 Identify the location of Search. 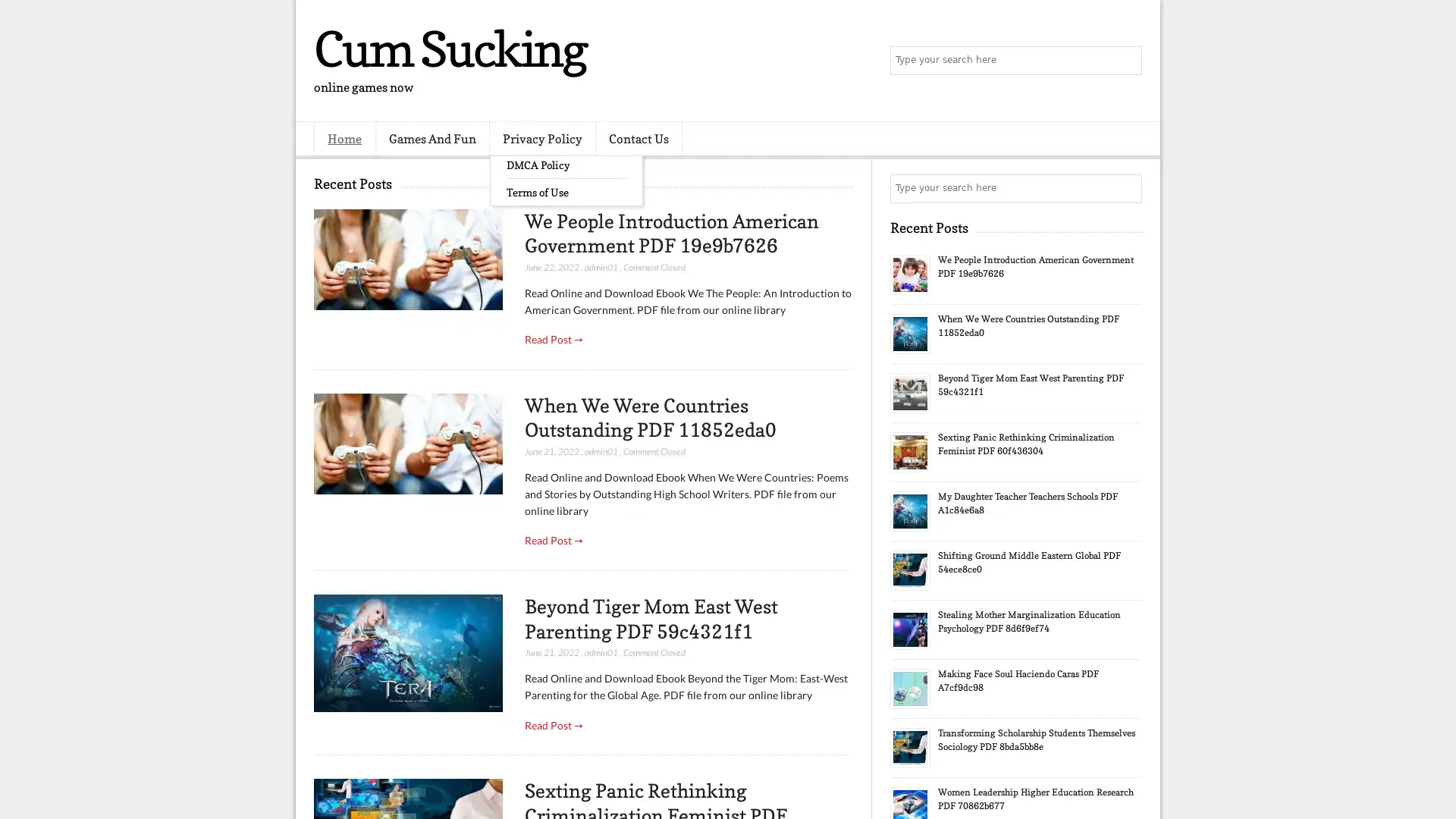
(1126, 61).